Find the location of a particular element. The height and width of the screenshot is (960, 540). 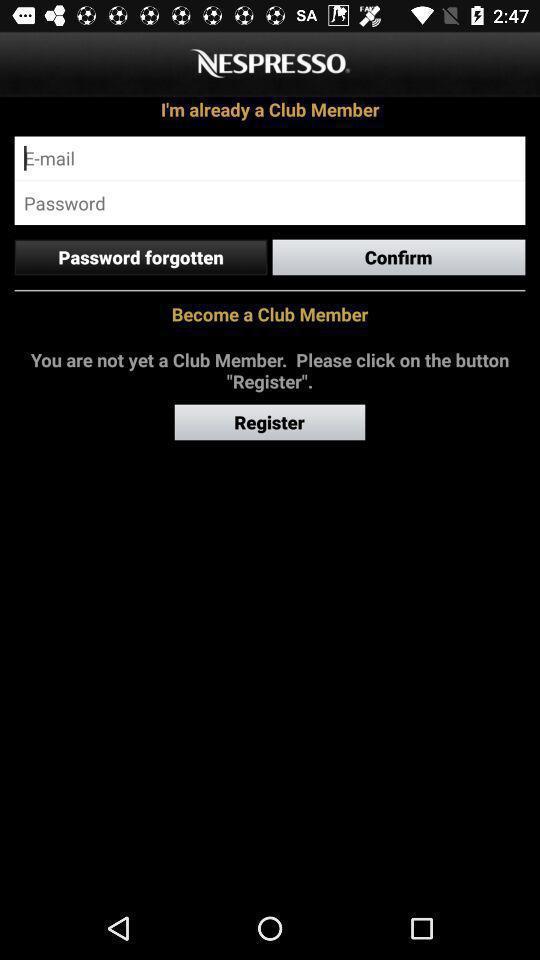

e-mail is located at coordinates (270, 157).